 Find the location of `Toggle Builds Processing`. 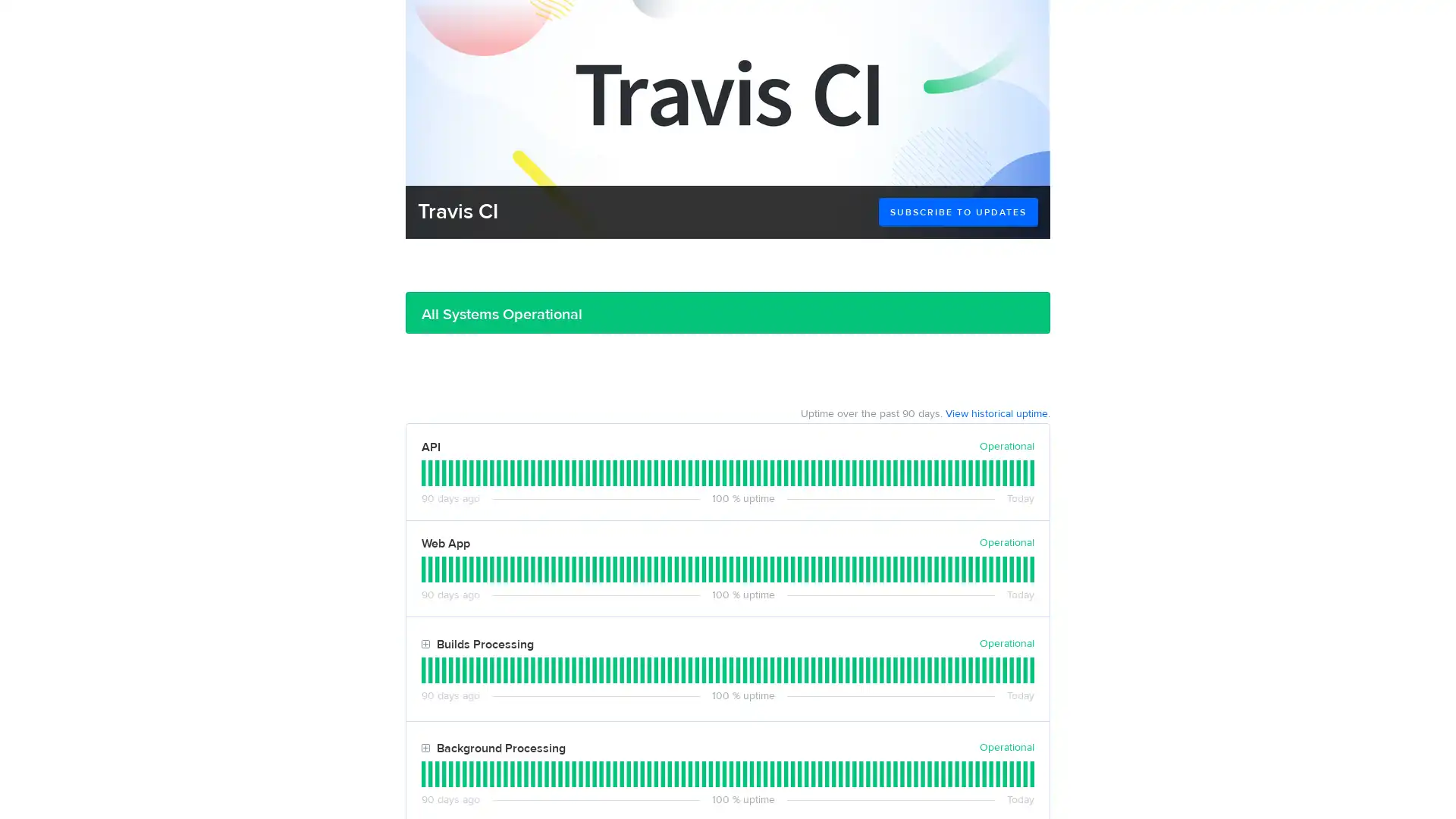

Toggle Builds Processing is located at coordinates (425, 645).